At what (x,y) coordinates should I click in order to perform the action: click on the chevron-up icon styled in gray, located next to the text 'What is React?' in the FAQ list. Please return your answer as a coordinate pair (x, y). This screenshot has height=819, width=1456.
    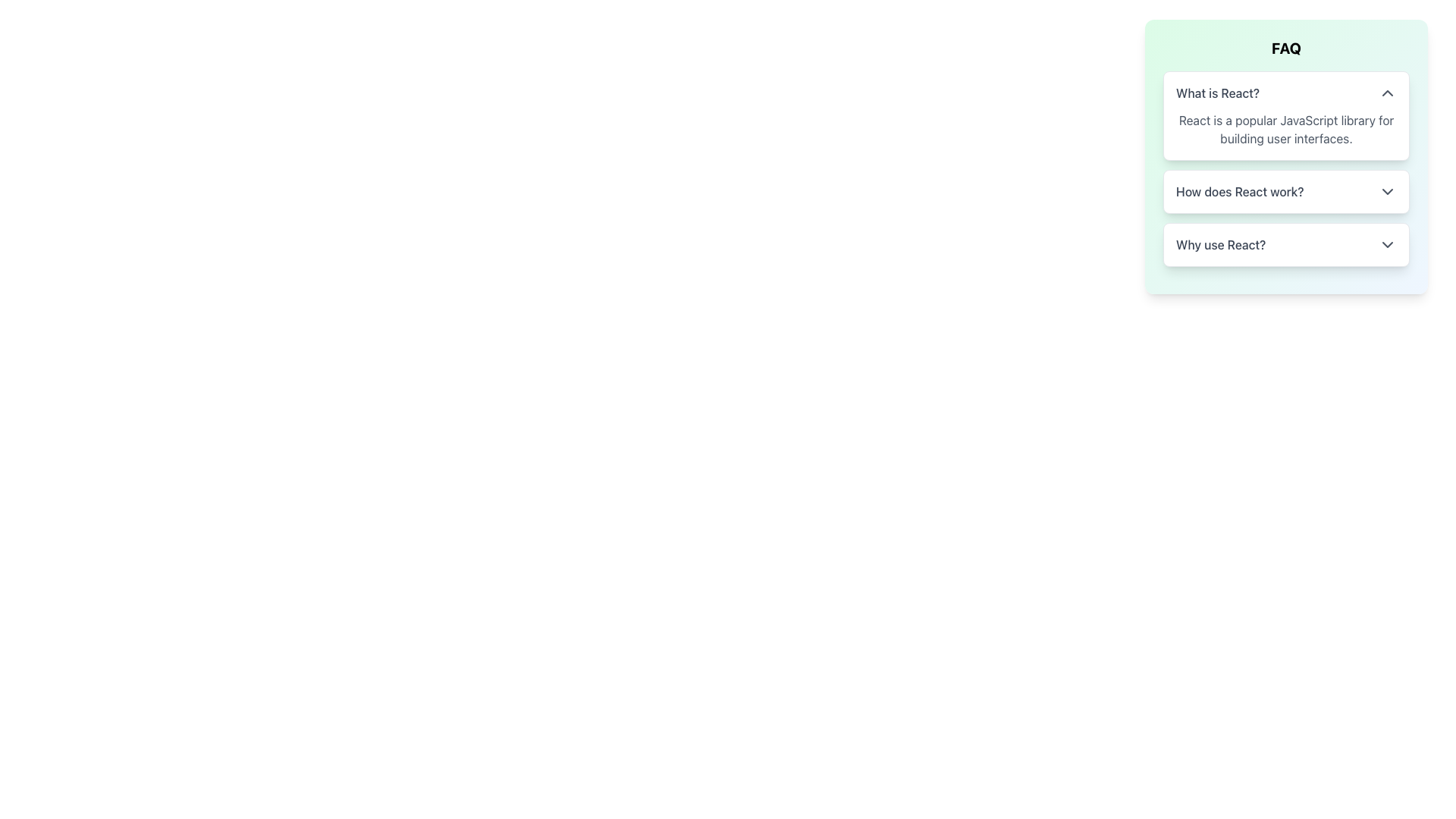
    Looking at the image, I should click on (1387, 93).